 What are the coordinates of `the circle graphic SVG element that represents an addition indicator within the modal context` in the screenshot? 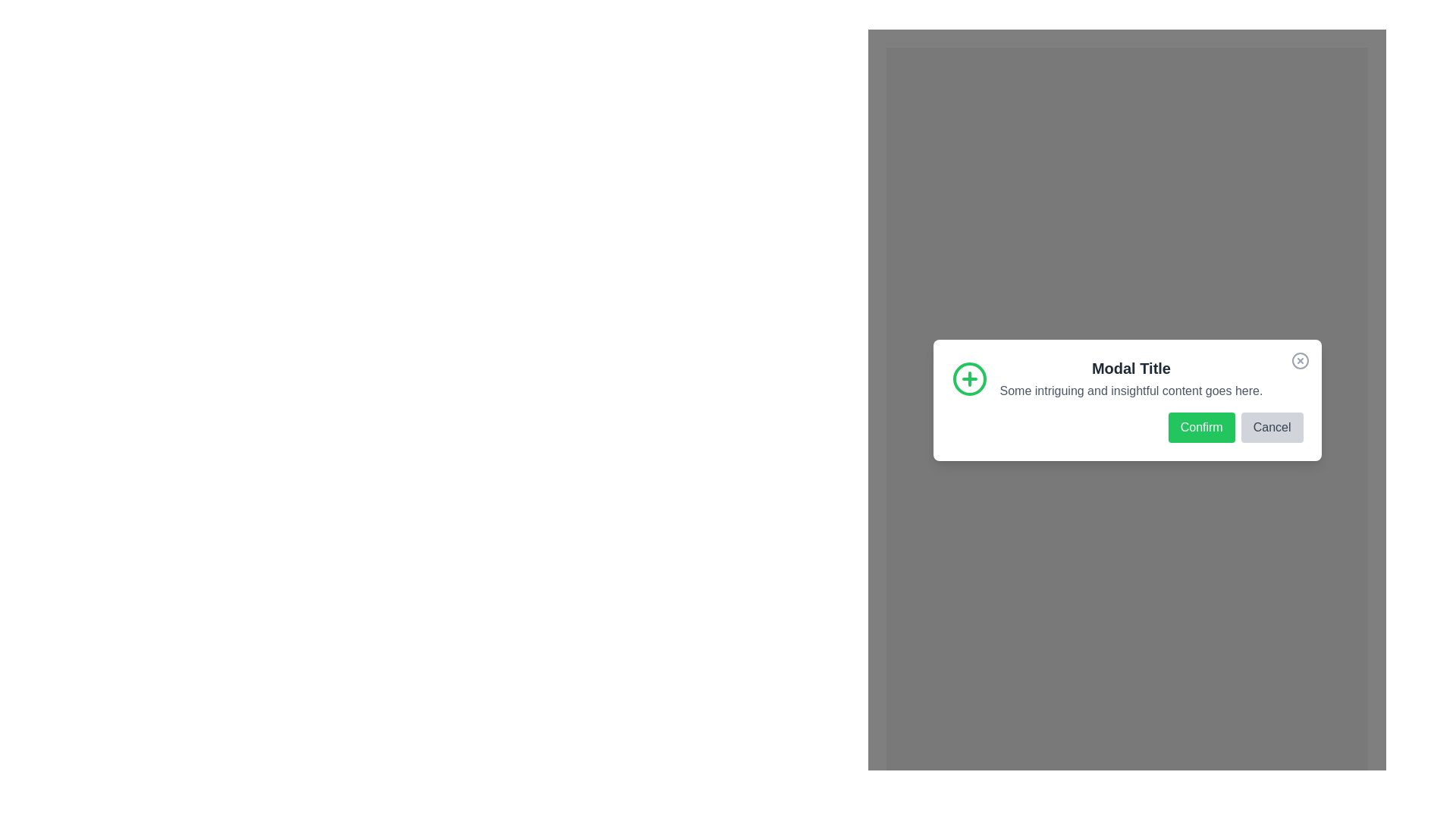 It's located at (968, 378).